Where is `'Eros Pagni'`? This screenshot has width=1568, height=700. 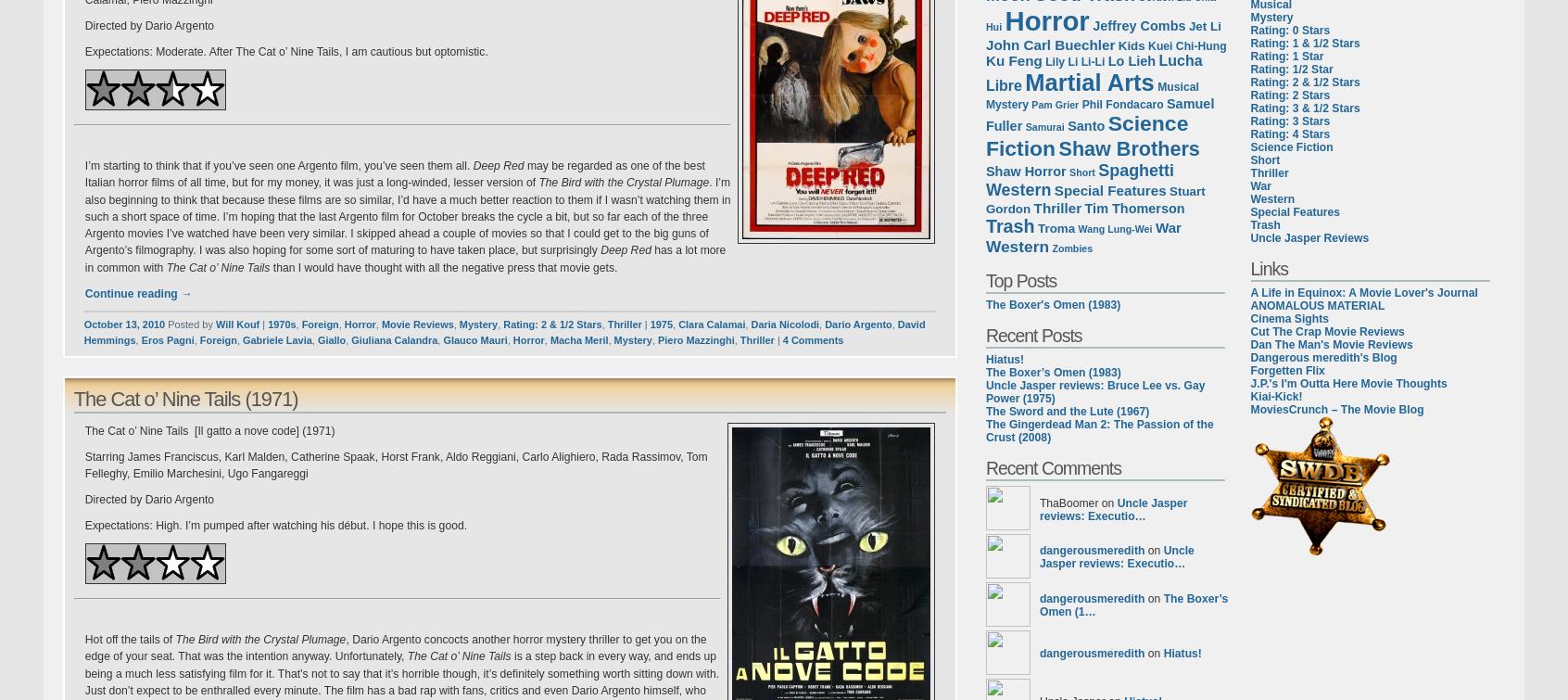 'Eros Pagni' is located at coordinates (166, 339).